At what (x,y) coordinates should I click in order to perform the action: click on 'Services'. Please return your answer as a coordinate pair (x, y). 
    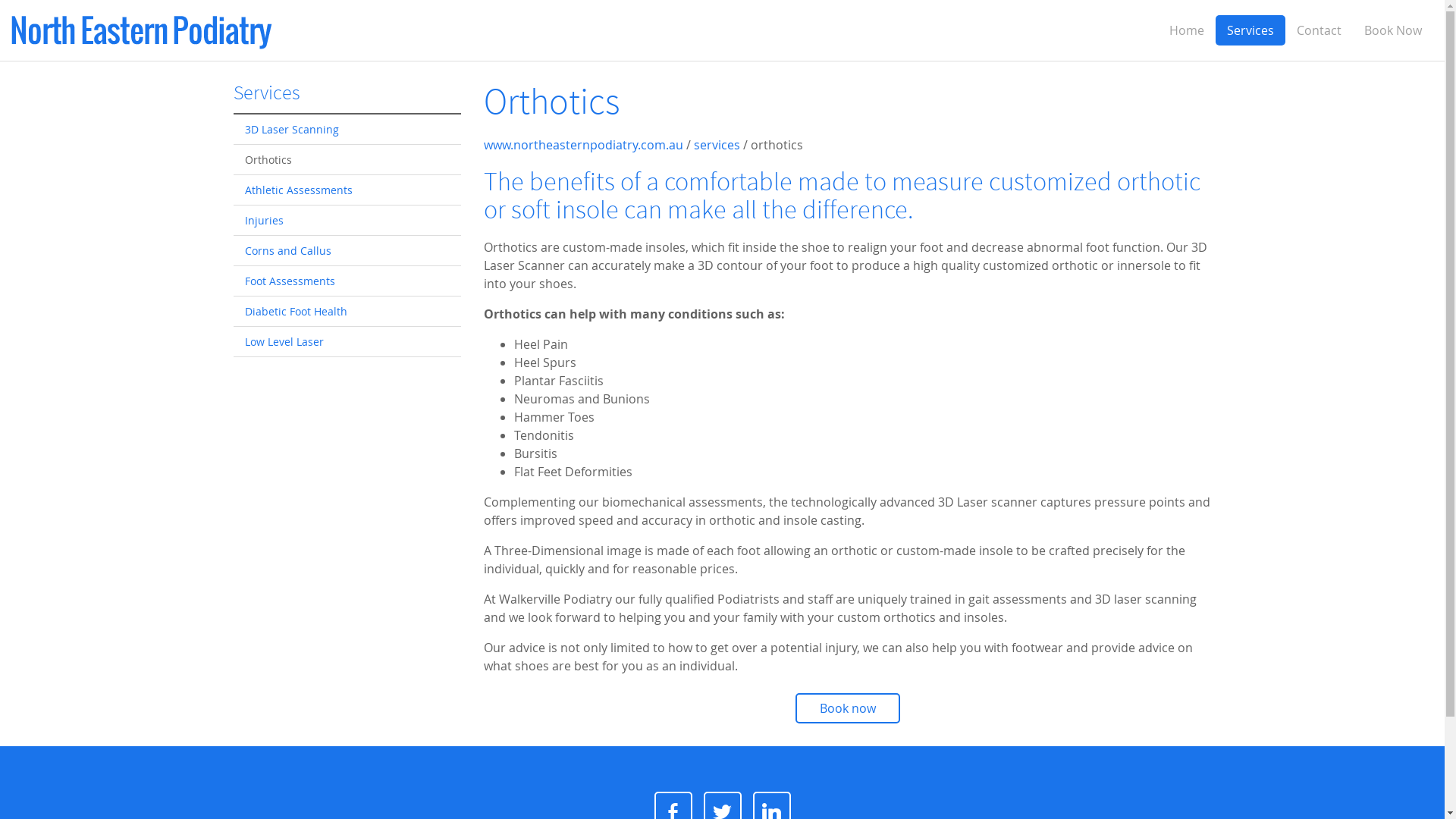
    Looking at the image, I should click on (1216, 30).